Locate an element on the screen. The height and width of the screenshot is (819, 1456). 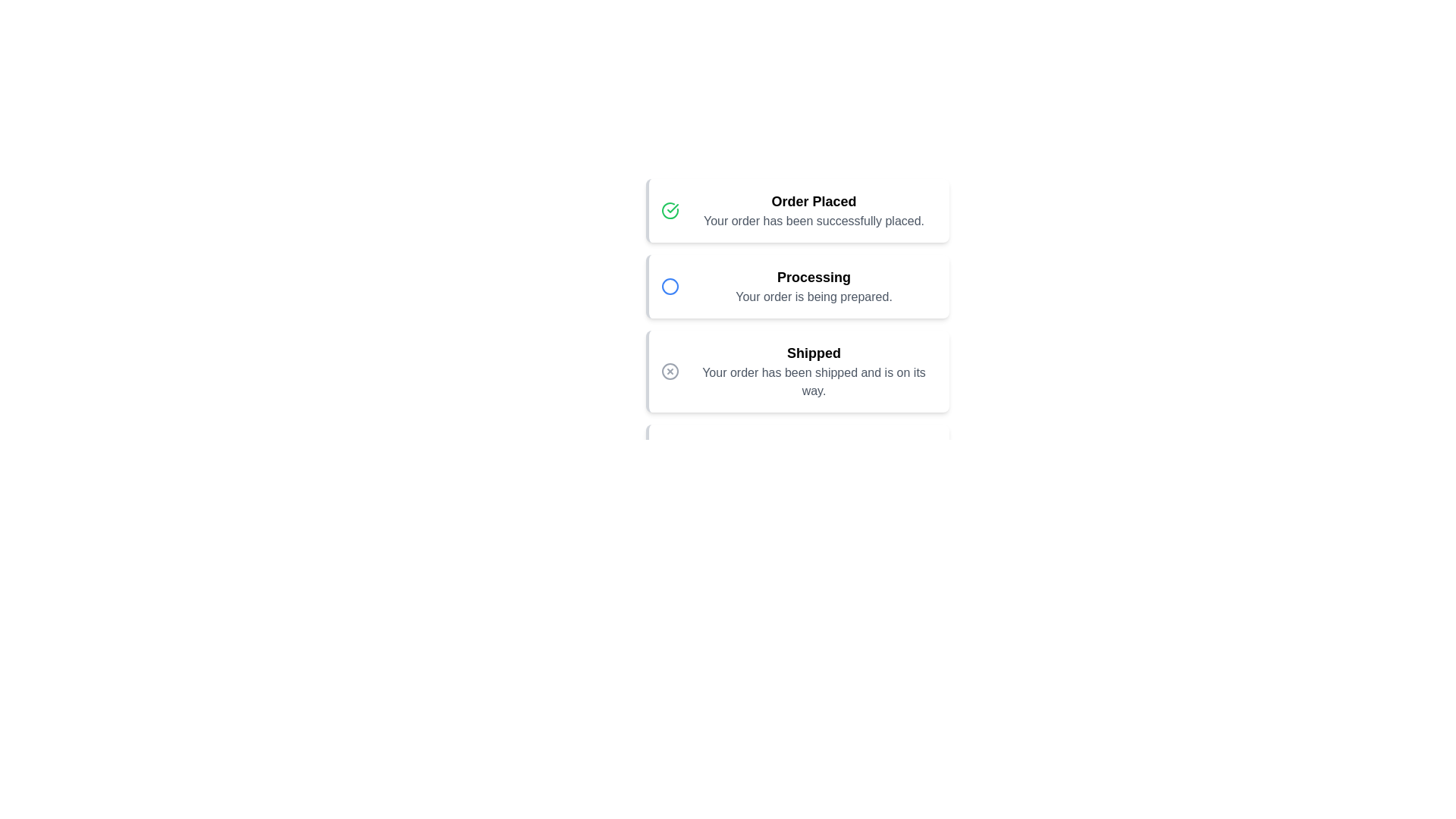
the Order Placed icon to reveal additional information is located at coordinates (669, 210).